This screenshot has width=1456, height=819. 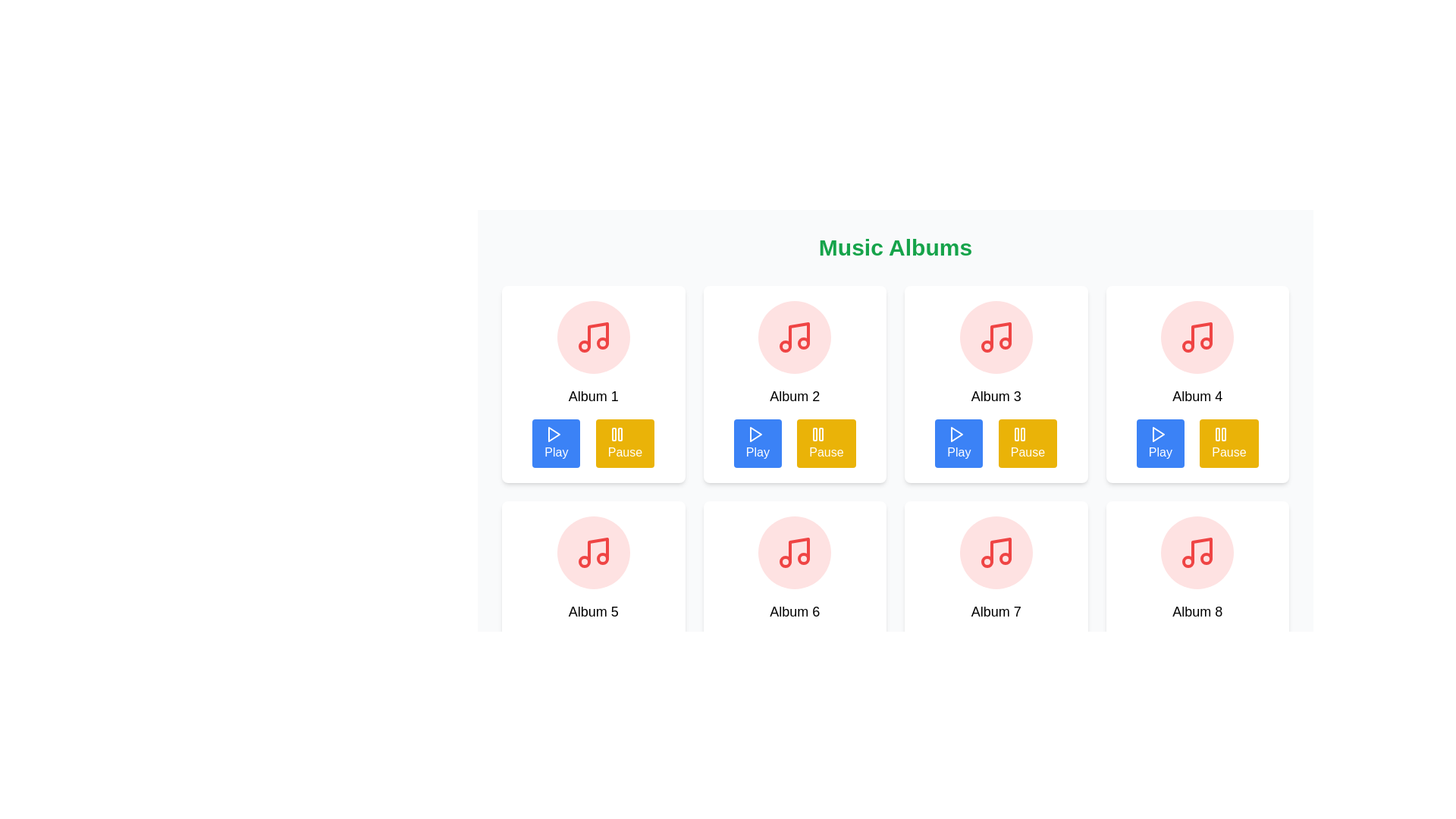 What do you see at coordinates (786, 561) in the screenshot?
I see `the left circular component of the music note icon in the 'Album 6' card, which visually enhances the album artwork but is not interactive` at bounding box center [786, 561].